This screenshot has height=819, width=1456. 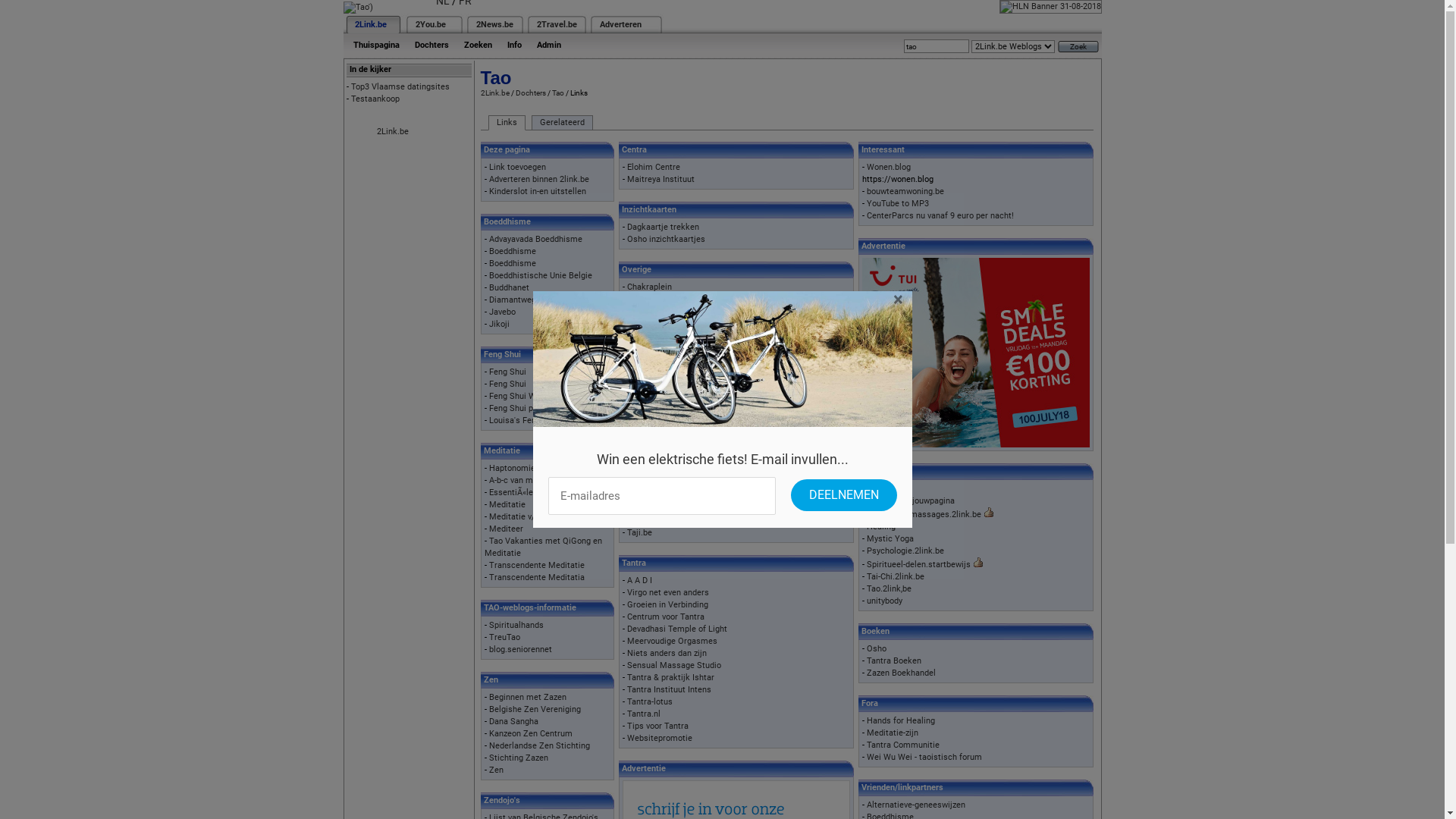 I want to click on '2News.be', so click(x=475, y=24).